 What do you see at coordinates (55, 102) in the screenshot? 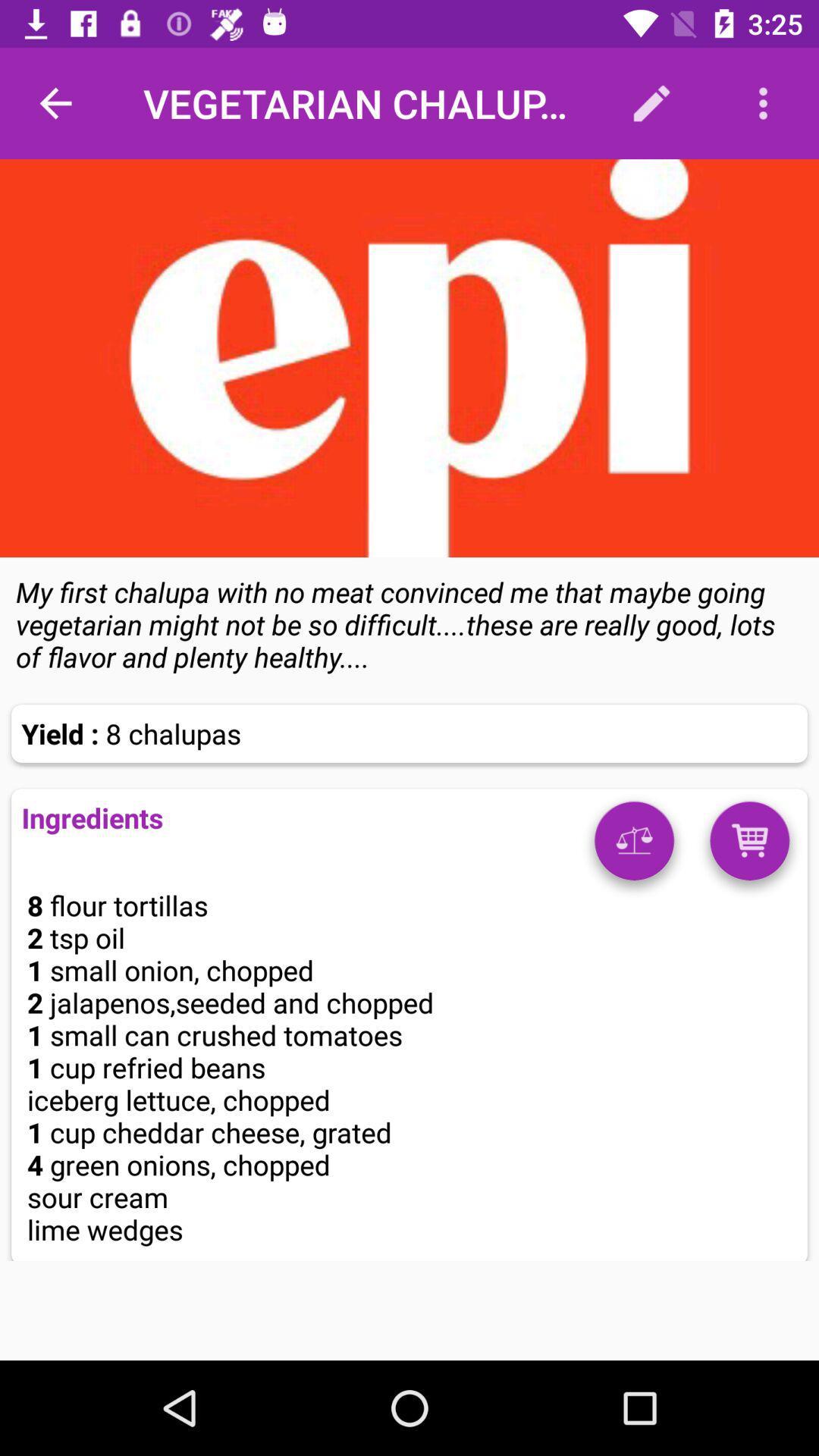
I see `item at the top left corner` at bounding box center [55, 102].